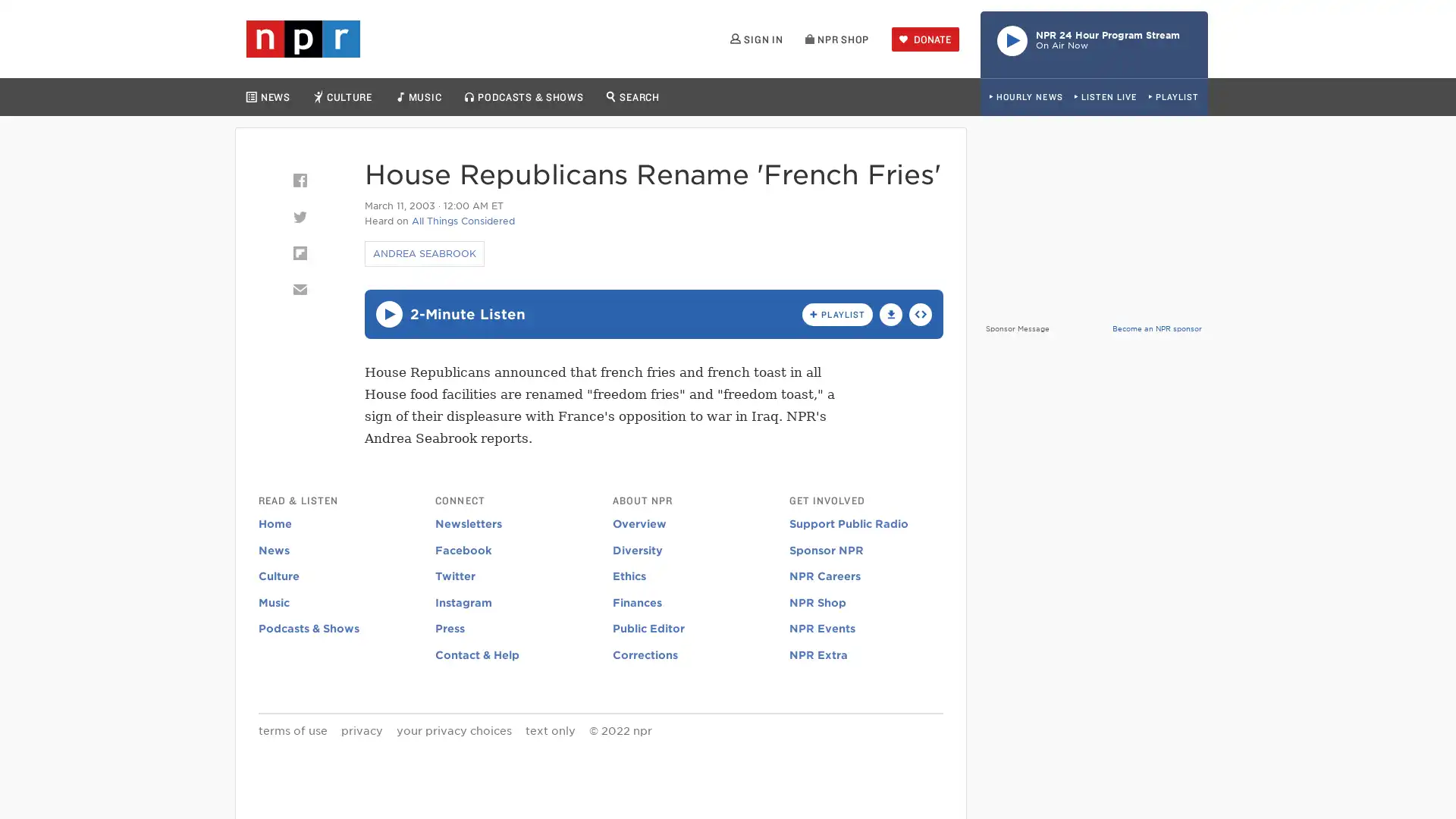  Describe the element at coordinates (920, 312) in the screenshot. I see `Embed` at that location.